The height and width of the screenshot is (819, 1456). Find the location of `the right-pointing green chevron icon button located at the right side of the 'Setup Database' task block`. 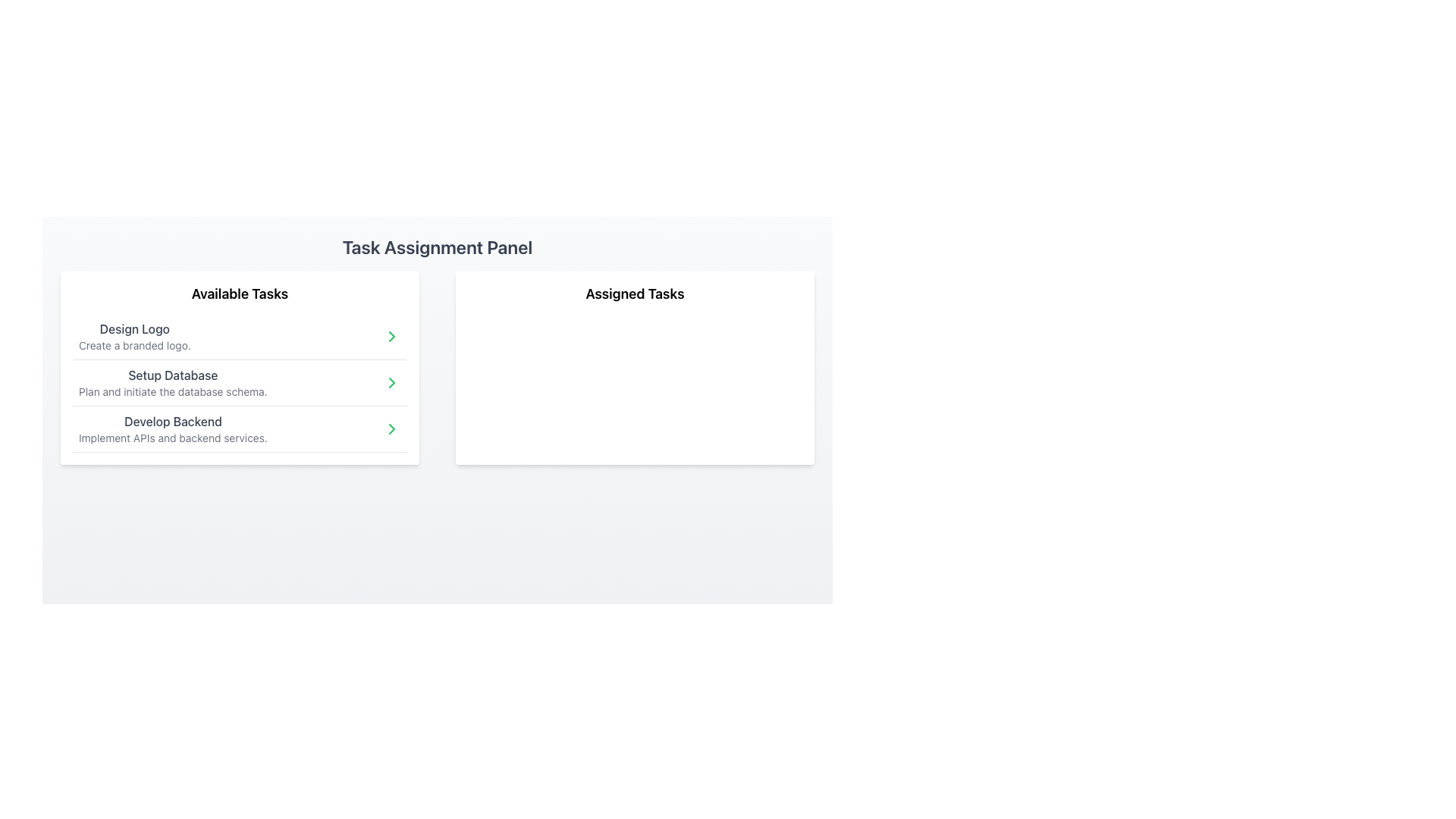

the right-pointing green chevron icon button located at the right side of the 'Setup Database' task block is located at coordinates (392, 382).